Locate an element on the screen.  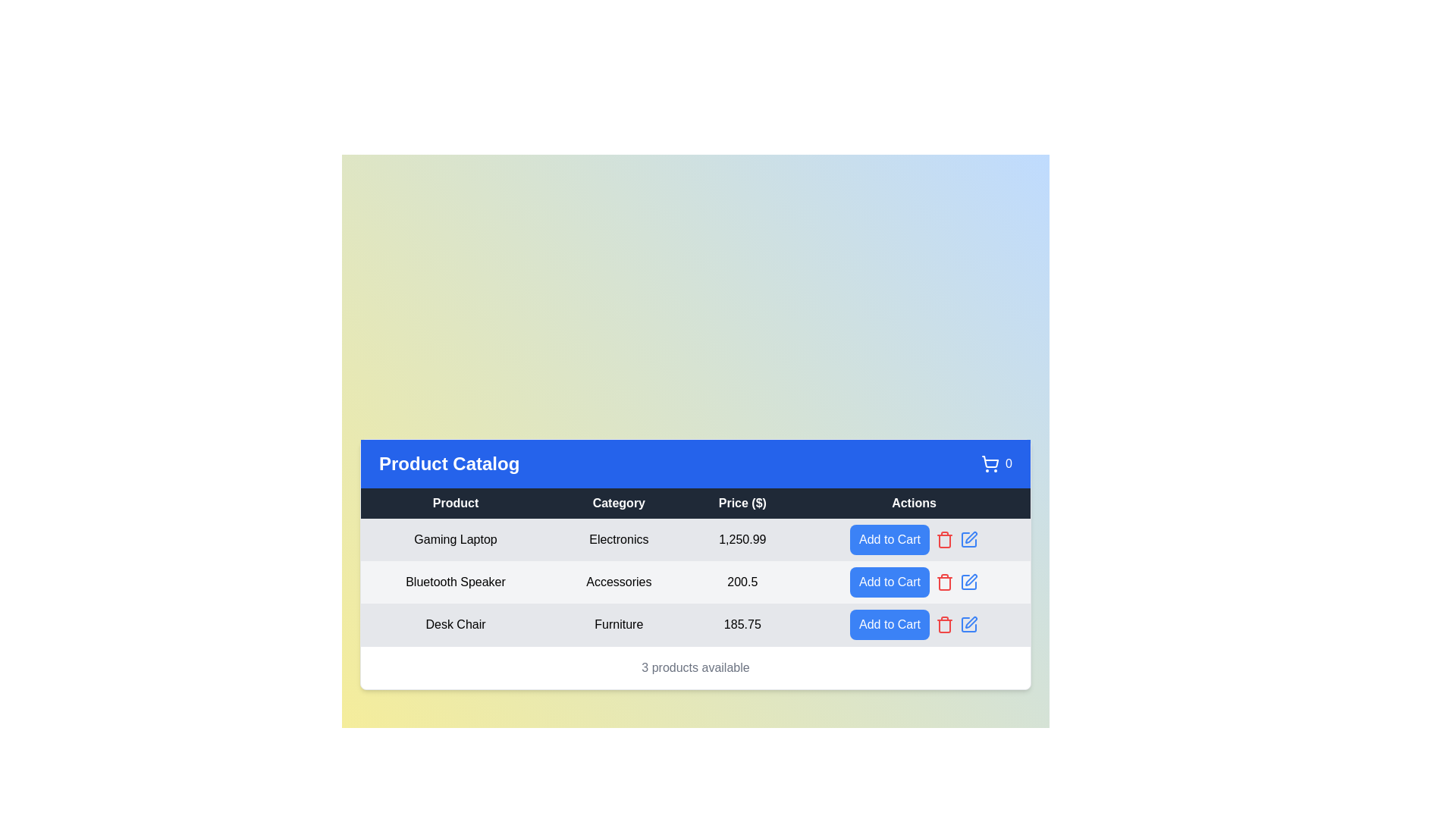
the red trashcan icon in the 'Actions' column is located at coordinates (943, 538).